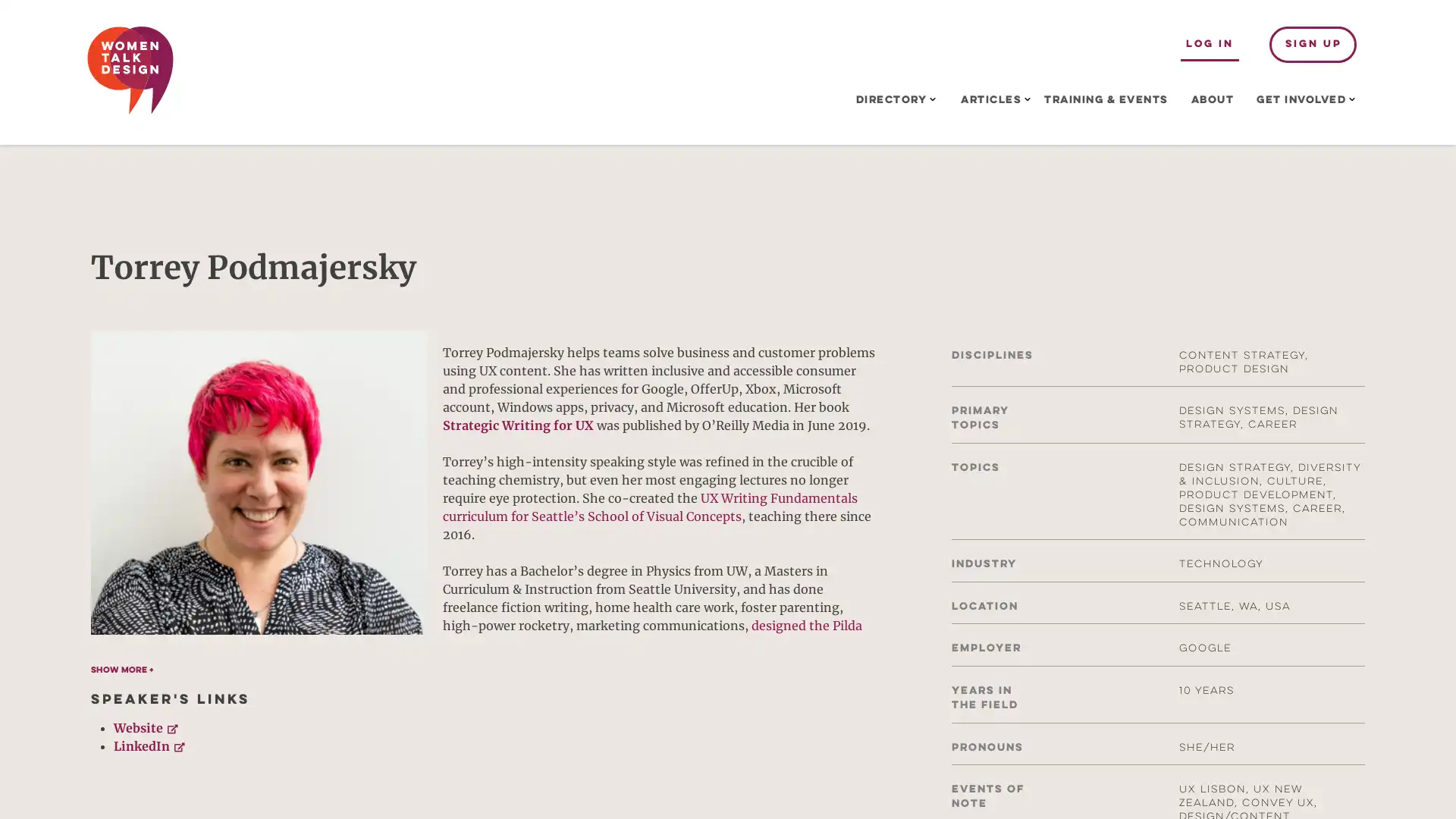  Describe the element at coordinates (122, 670) in the screenshot. I see `Show More +` at that location.